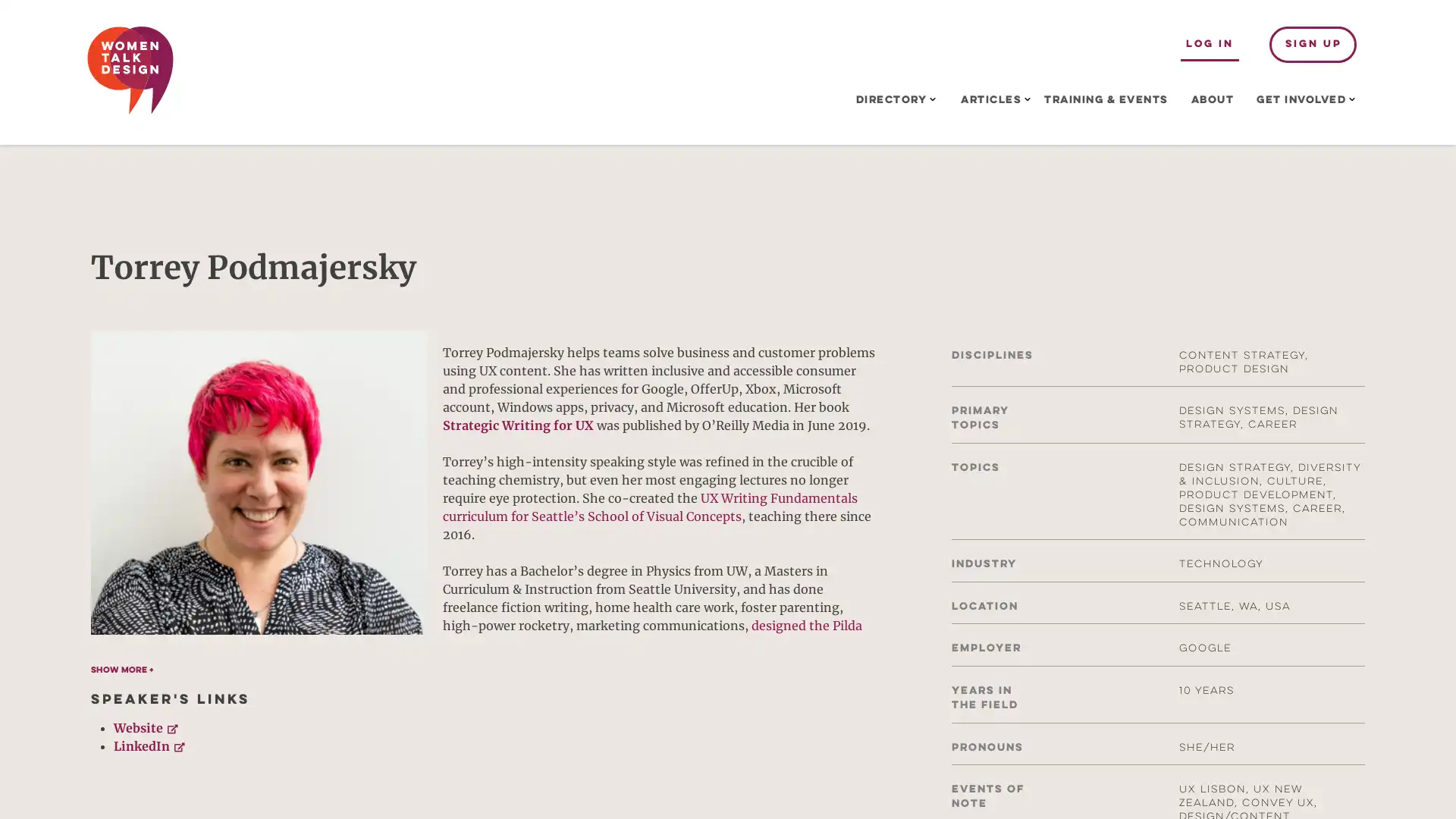  Describe the element at coordinates (122, 670) in the screenshot. I see `Show More +` at that location.